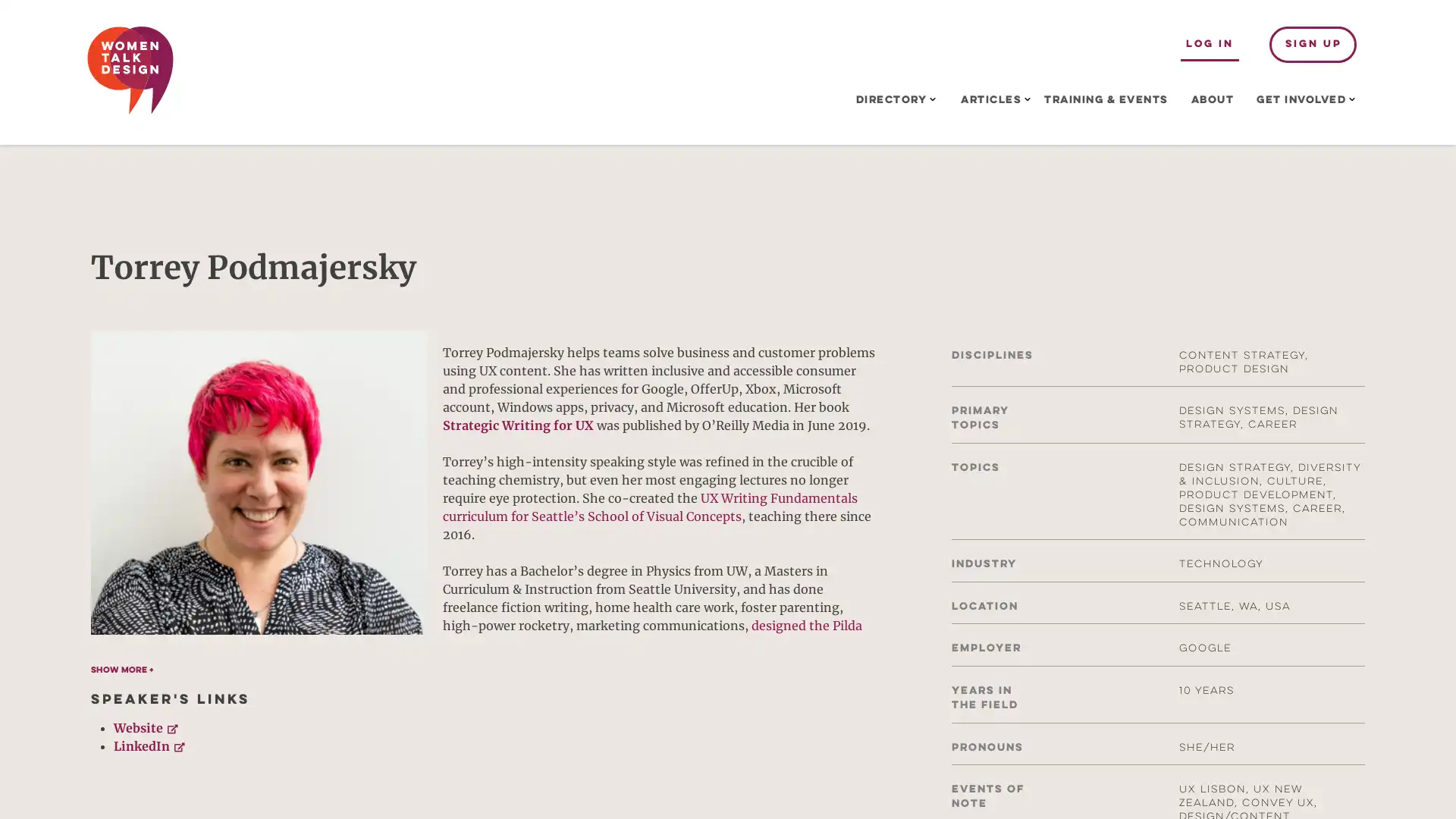  Describe the element at coordinates (122, 670) in the screenshot. I see `Show More +` at that location.